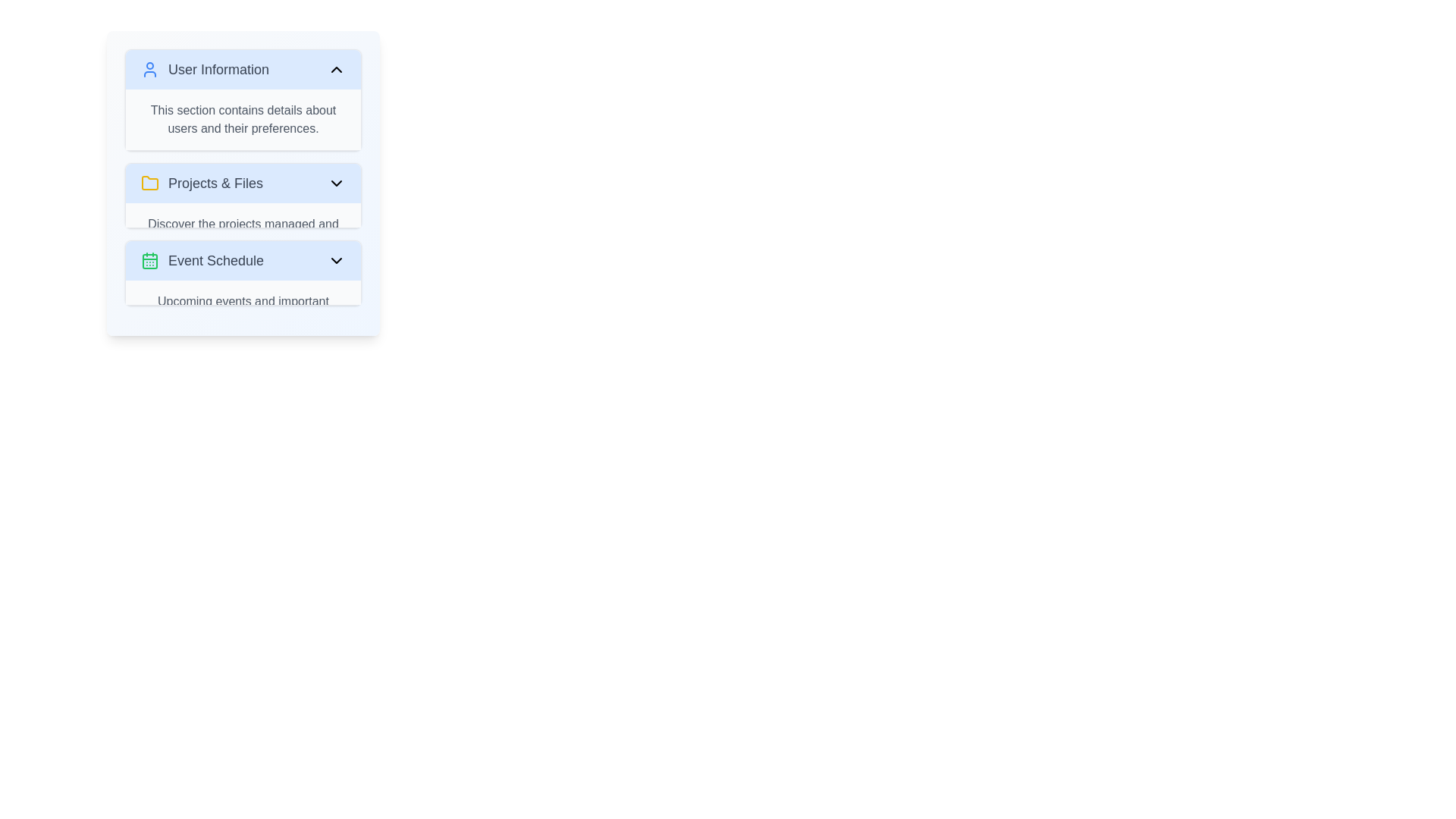 Image resolution: width=1456 pixels, height=819 pixels. What do you see at coordinates (202, 259) in the screenshot?
I see `the 'Event Schedule' header with a calendar icon in the sidebar menu, which is the third item in the list and has a light blue background` at bounding box center [202, 259].